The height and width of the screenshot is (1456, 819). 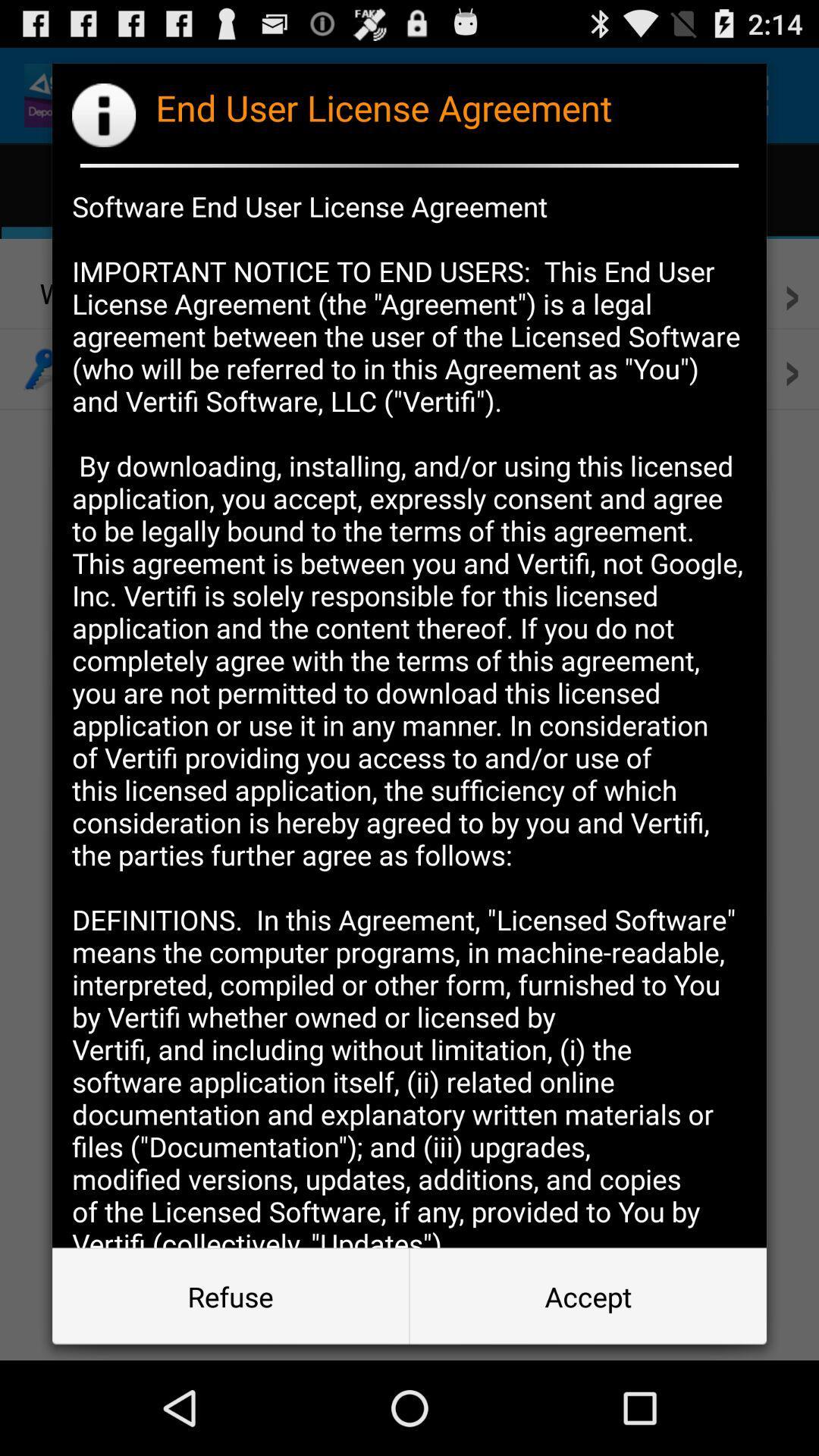 What do you see at coordinates (587, 1295) in the screenshot?
I see `button next to the refuse` at bounding box center [587, 1295].